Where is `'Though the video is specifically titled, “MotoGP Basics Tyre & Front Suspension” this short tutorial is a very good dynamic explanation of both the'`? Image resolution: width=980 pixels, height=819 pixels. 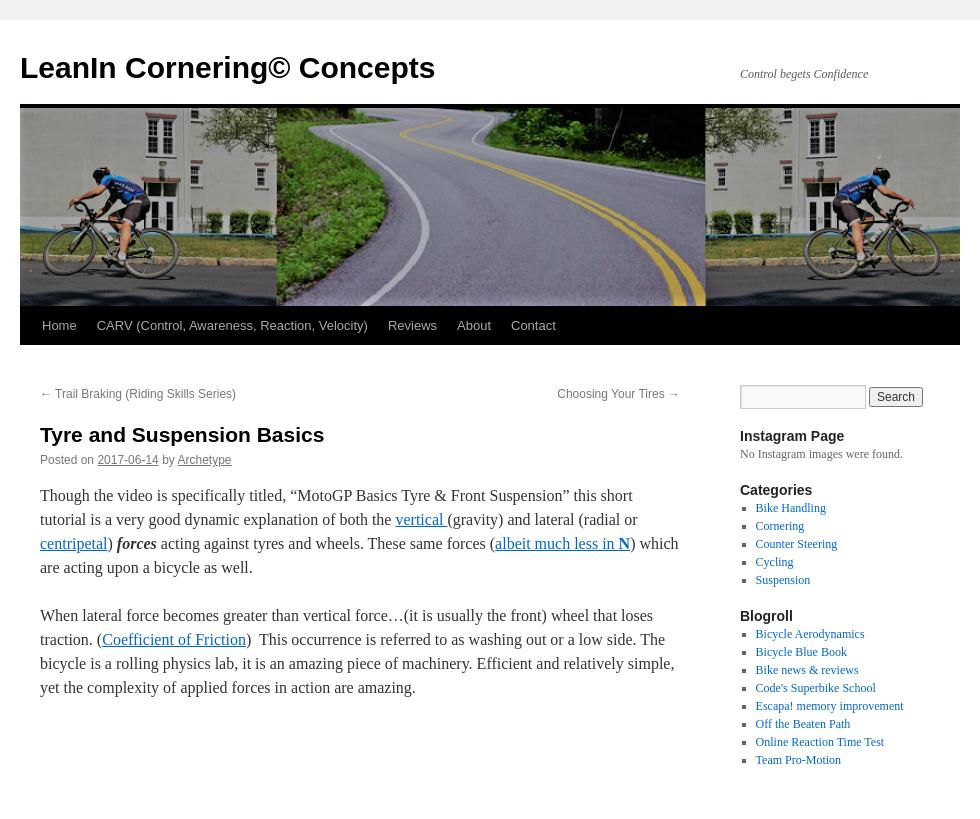
'Though the video is specifically titled, “MotoGP Basics Tyre & Front Suspension” this short tutorial is a very good dynamic explanation of both the' is located at coordinates (336, 506).